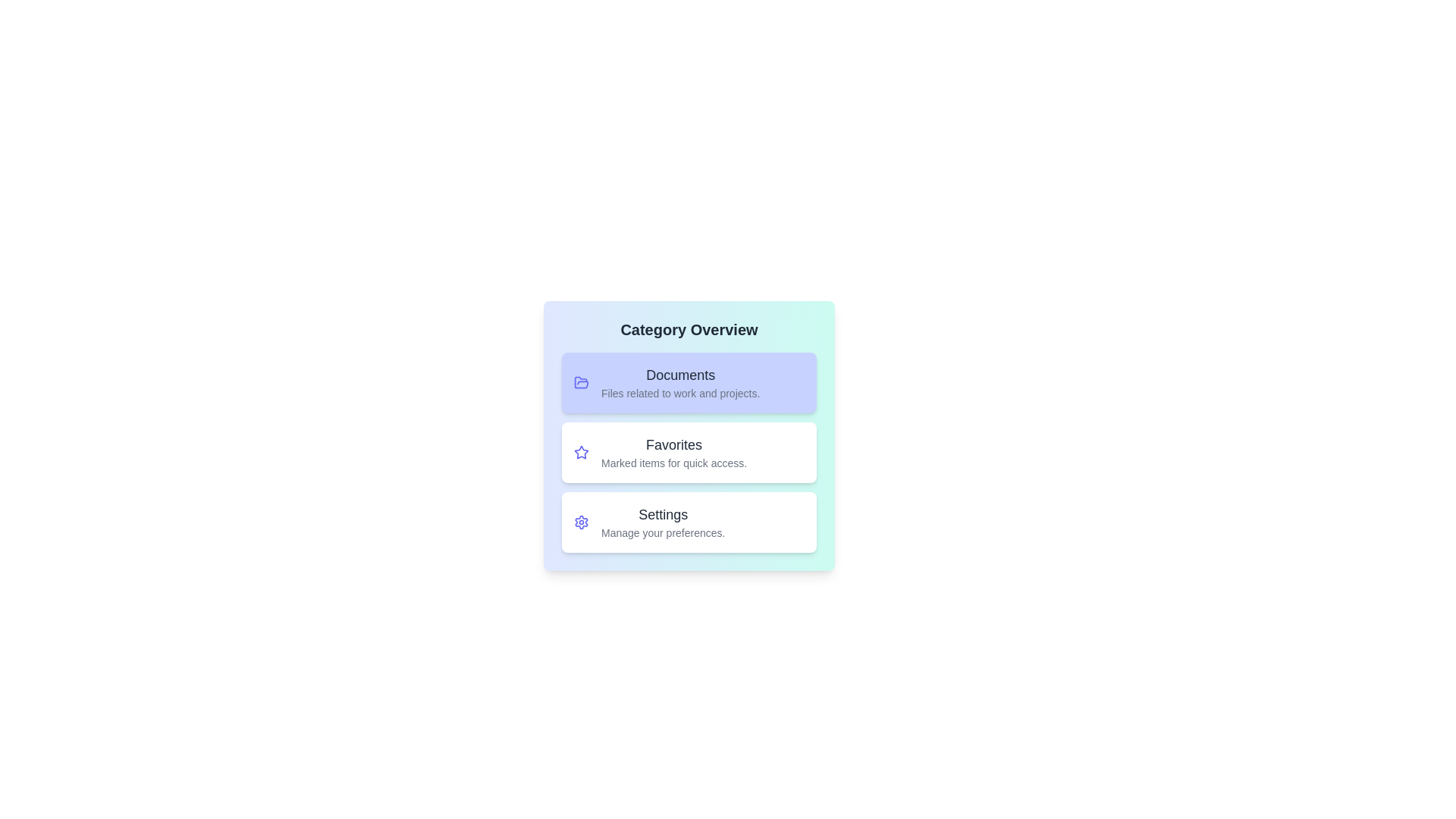 This screenshot has width=1456, height=819. I want to click on the category Documents from the list, so click(688, 382).